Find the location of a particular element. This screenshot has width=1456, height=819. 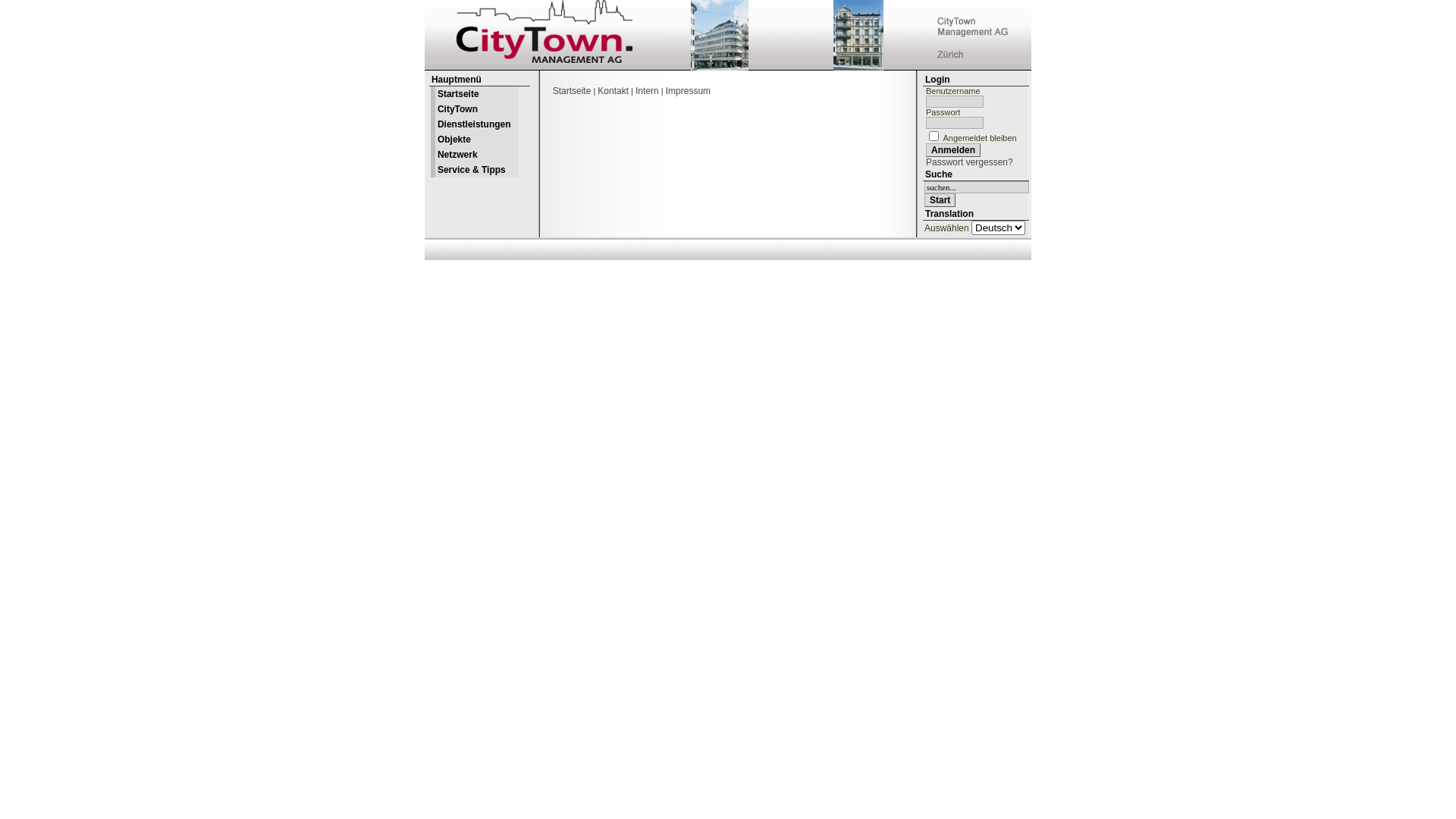

'CityTown' is located at coordinates (429, 108).